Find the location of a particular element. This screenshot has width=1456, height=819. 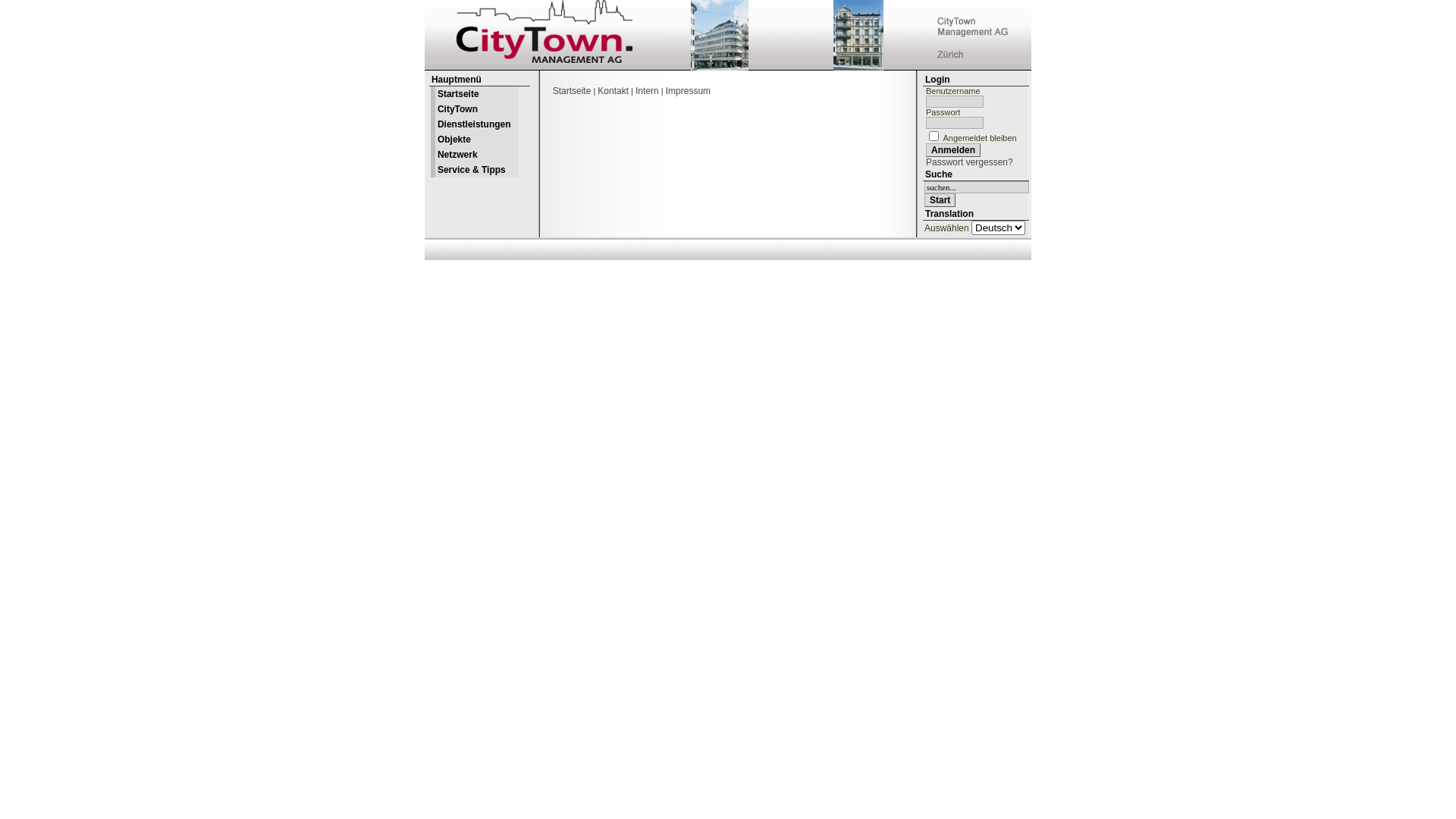

'CityTown' is located at coordinates (429, 108).